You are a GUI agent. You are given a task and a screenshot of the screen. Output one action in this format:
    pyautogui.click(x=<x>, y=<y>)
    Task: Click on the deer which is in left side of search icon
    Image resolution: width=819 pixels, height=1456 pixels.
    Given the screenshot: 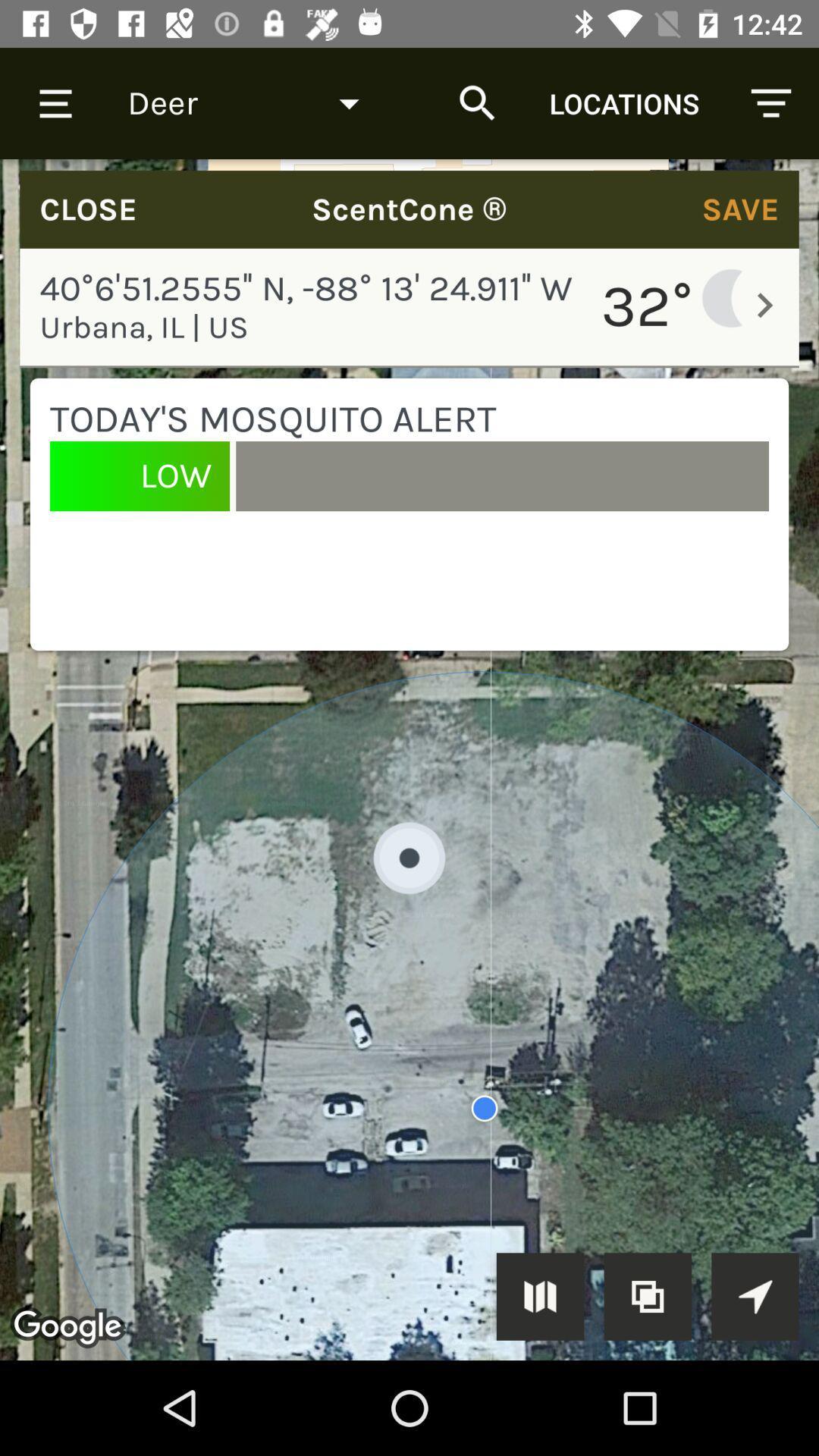 What is the action you would take?
    pyautogui.click(x=253, y=102)
    